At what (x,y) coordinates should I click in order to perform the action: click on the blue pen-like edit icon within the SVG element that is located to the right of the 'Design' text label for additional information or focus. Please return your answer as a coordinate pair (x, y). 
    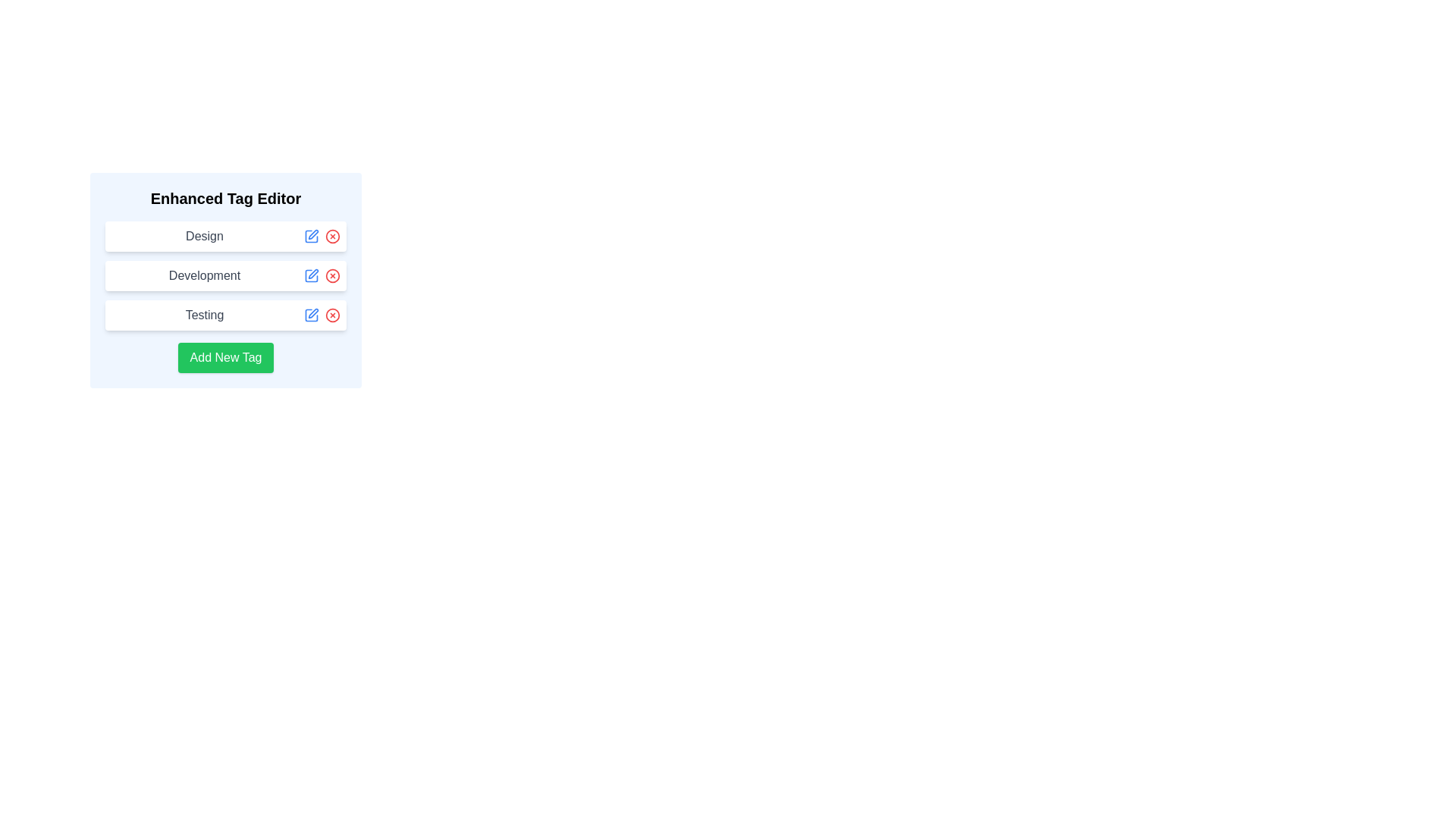
    Looking at the image, I should click on (312, 234).